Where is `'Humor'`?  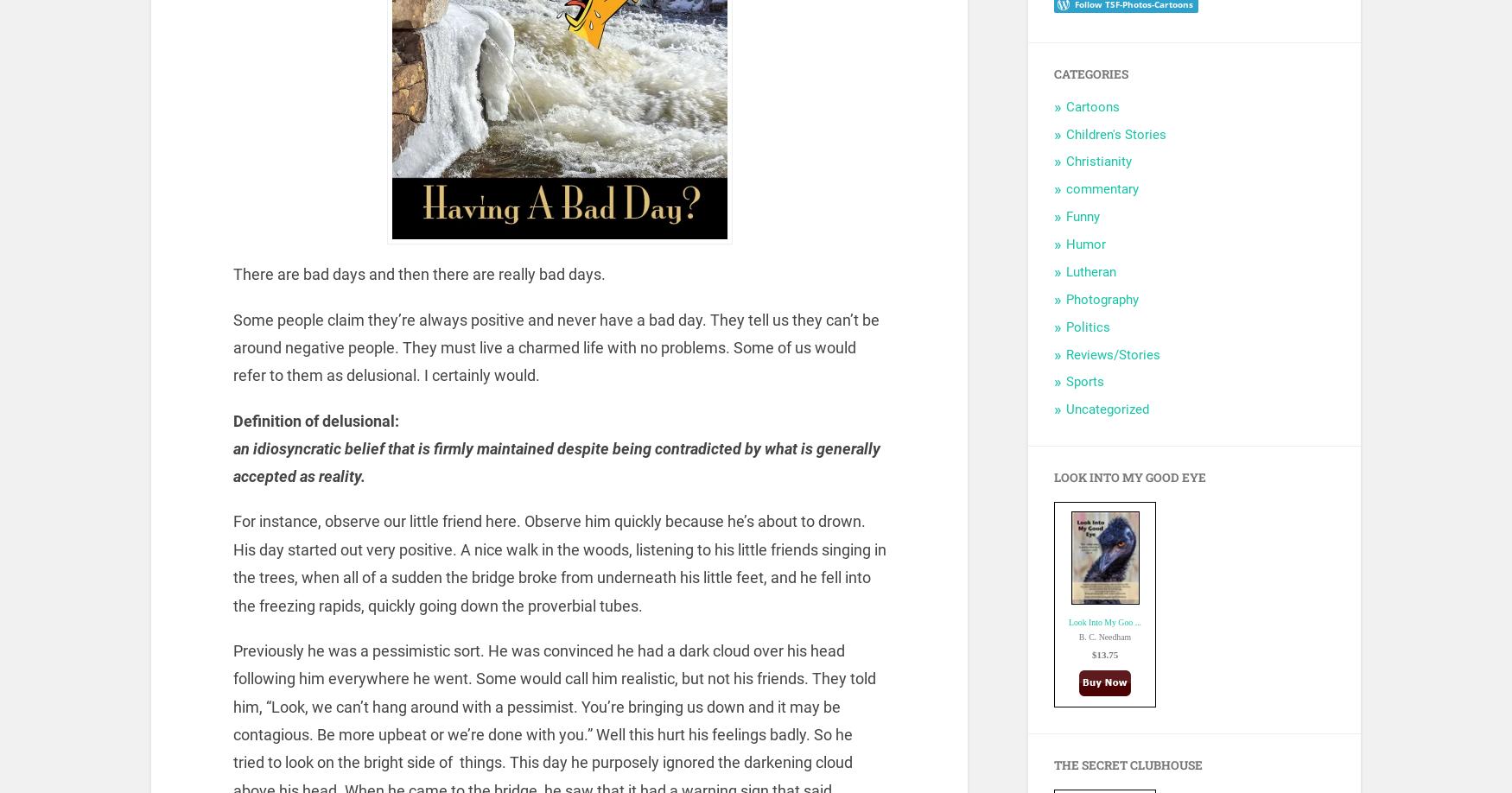
'Humor' is located at coordinates (1085, 244).